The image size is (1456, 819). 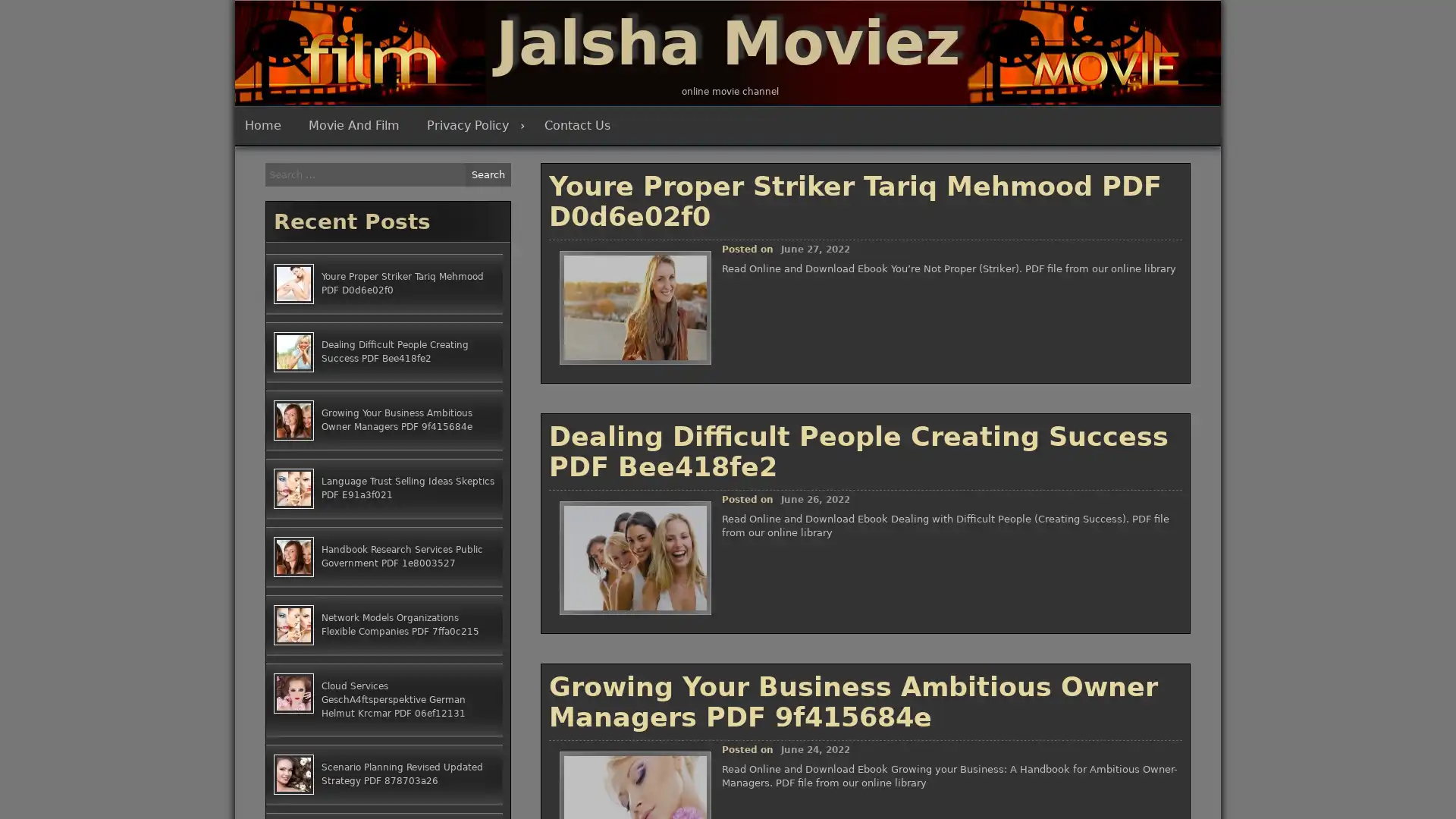 I want to click on Search, so click(x=488, y=174).